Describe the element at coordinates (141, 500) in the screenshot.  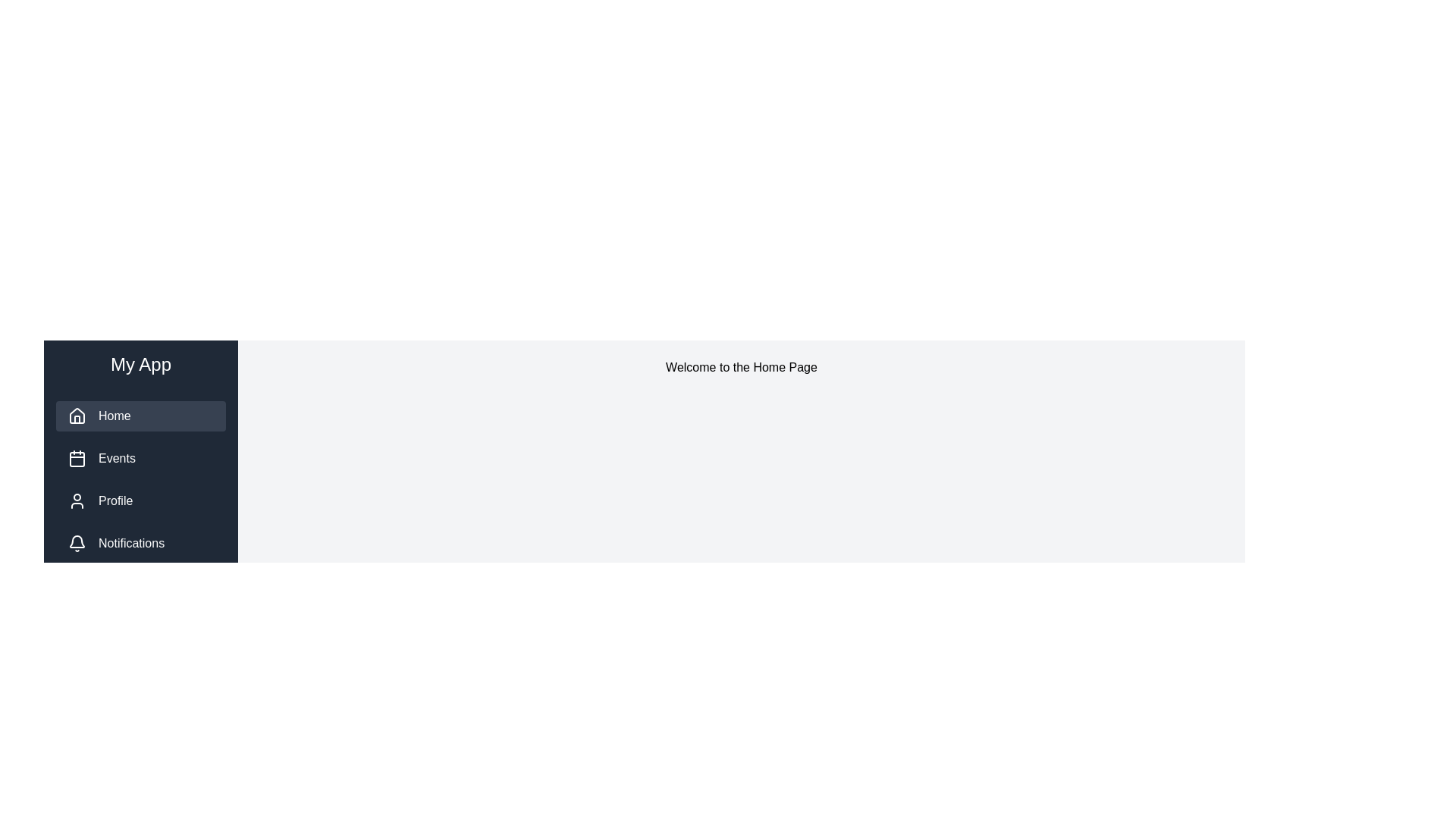
I see `the third button in the vertical sequence of options in the sidebar` at that location.